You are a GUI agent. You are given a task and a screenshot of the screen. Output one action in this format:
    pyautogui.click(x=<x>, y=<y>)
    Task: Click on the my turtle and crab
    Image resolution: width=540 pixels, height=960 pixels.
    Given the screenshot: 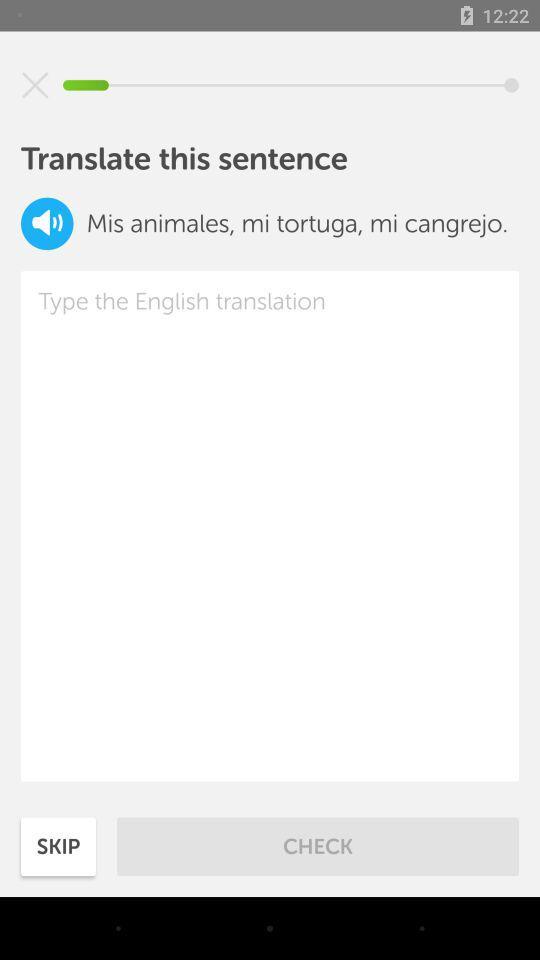 What is the action you would take?
    pyautogui.click(x=35, y=85)
    